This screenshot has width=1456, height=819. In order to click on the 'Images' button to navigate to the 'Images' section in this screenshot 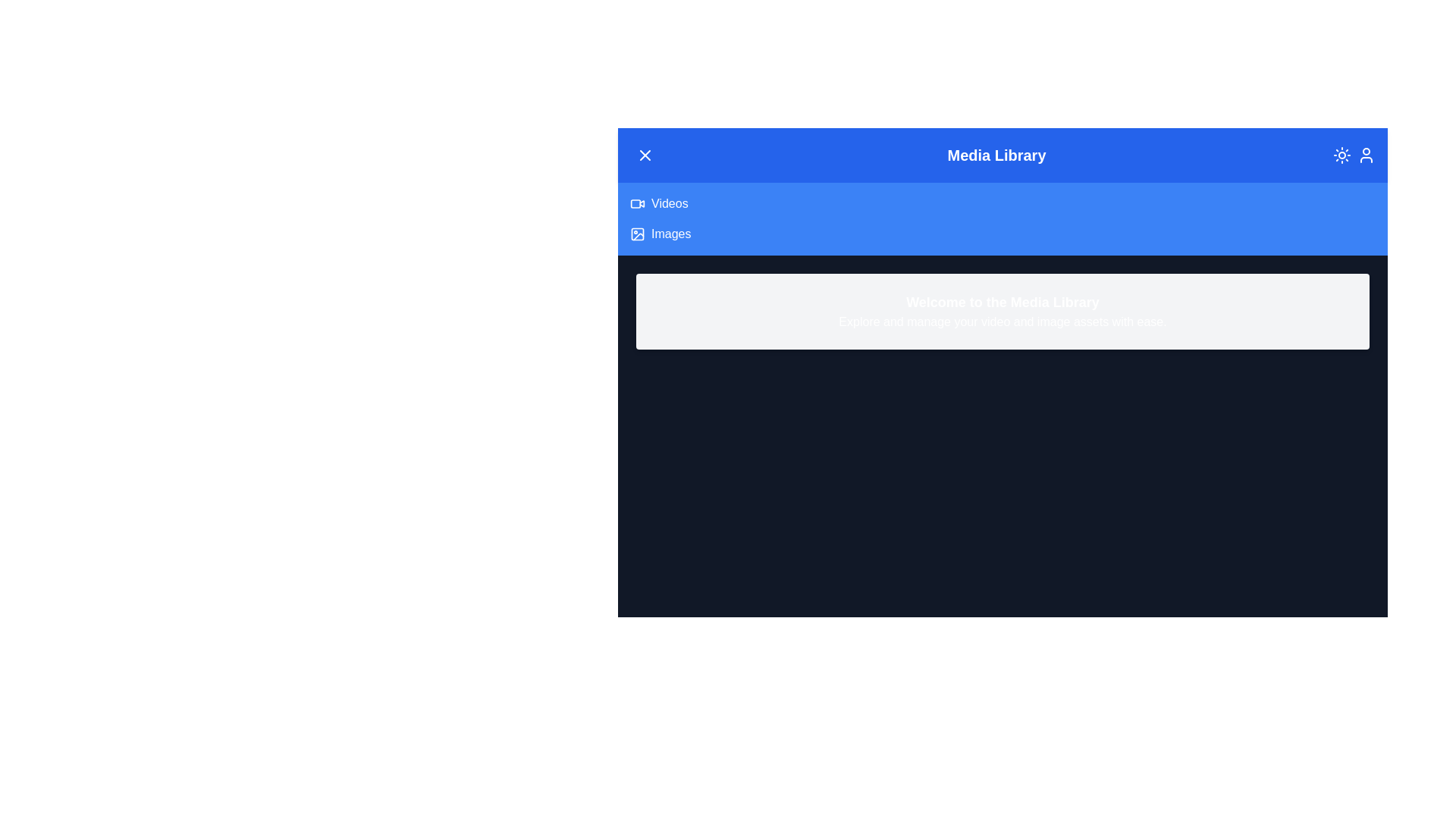, I will do `click(670, 234)`.